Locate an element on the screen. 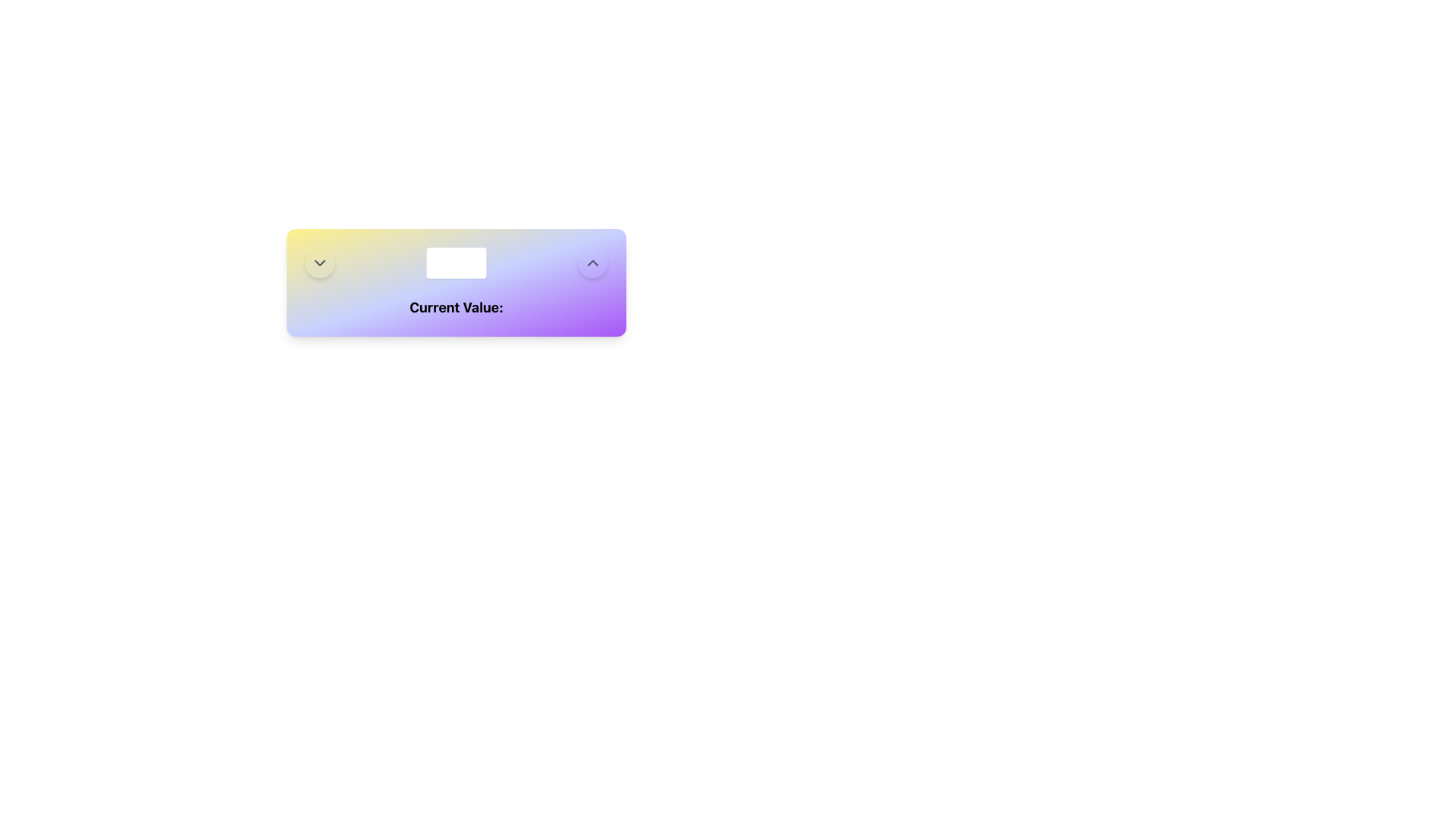  the Text Label that provides context or description for the 'current value', positioned at the bottom center of a gradient-colored rectangle is located at coordinates (455, 307).